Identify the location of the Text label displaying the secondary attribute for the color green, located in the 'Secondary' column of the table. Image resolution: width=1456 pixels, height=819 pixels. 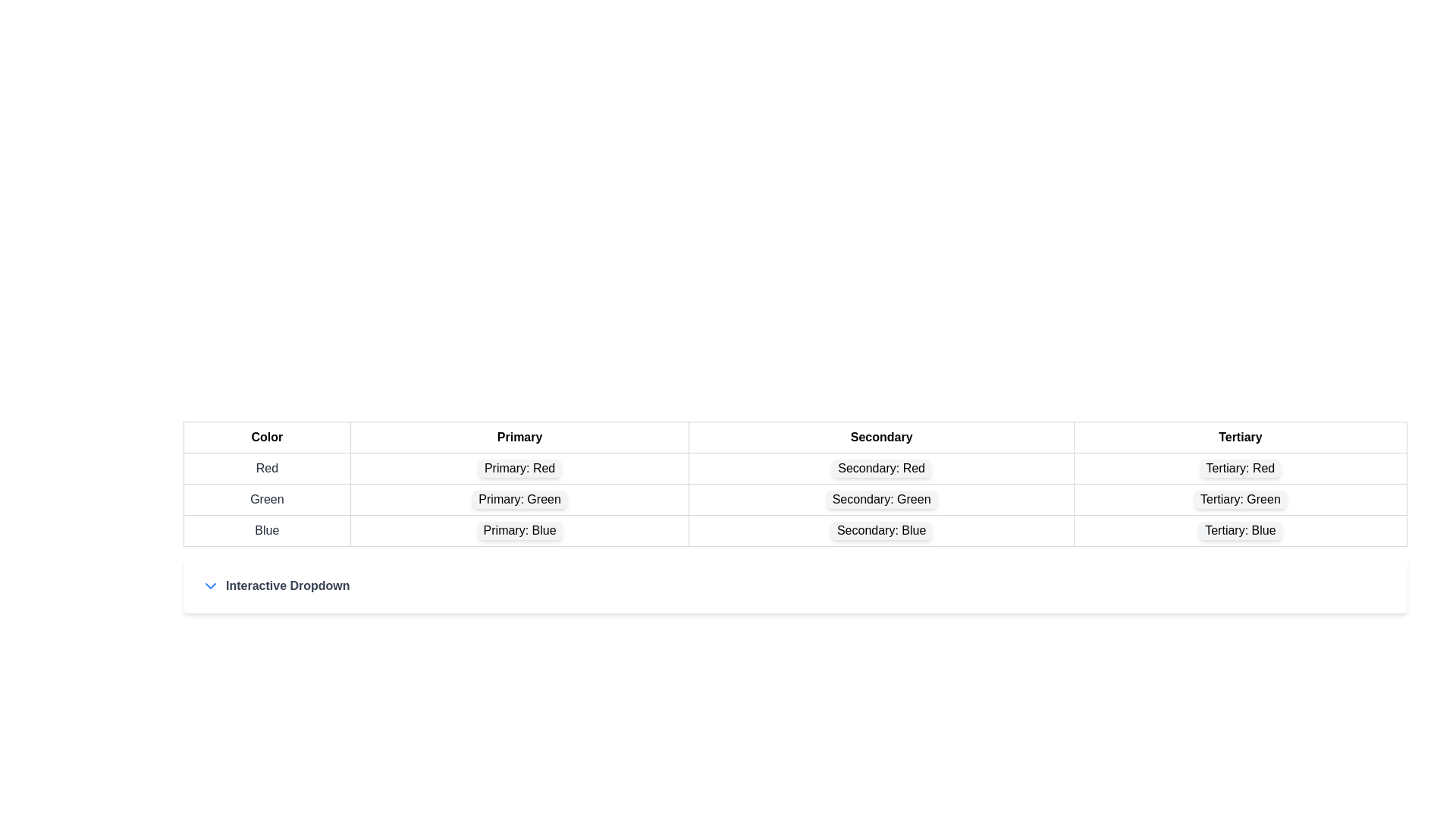
(795, 500).